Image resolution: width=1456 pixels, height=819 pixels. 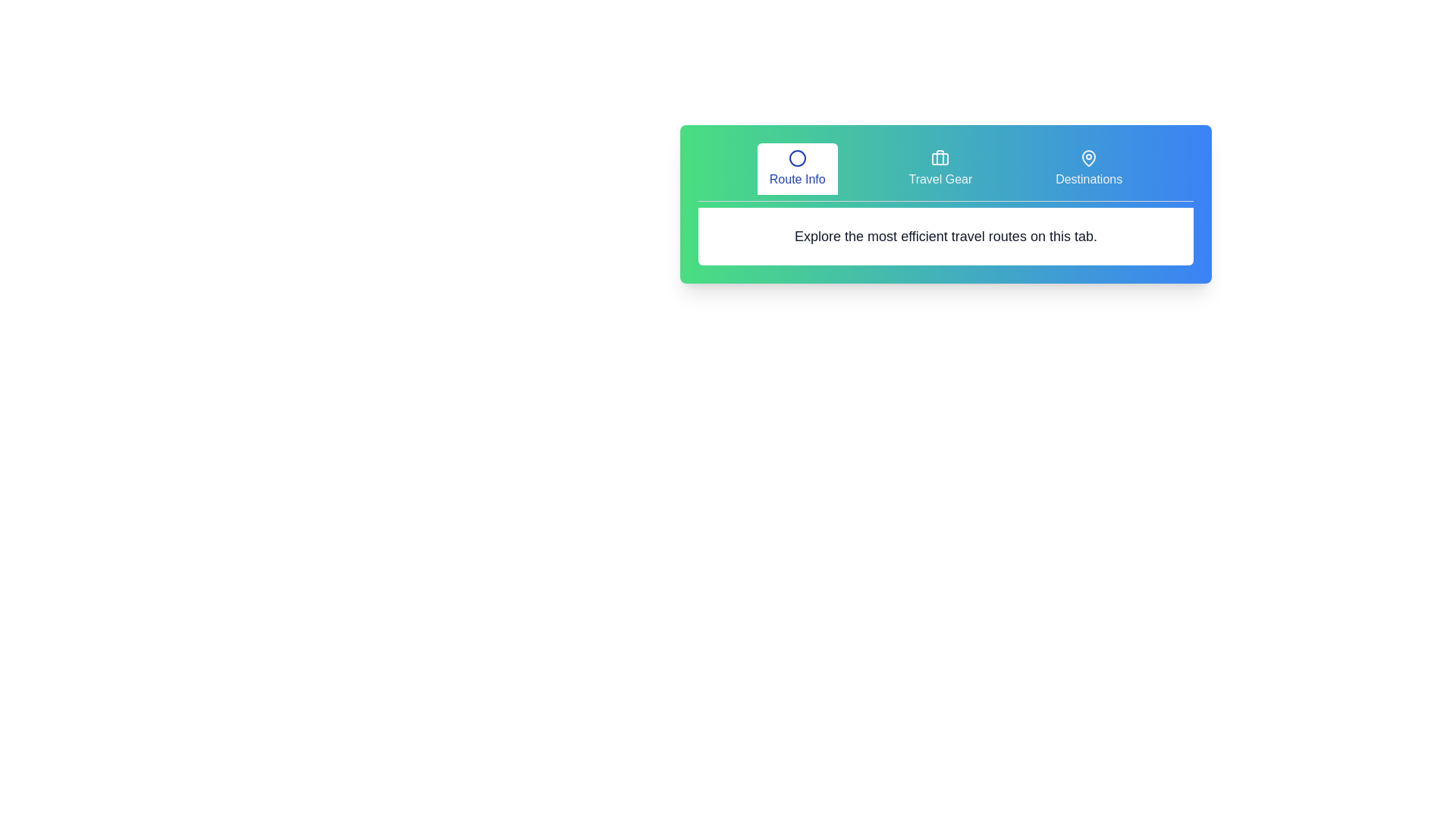 What do you see at coordinates (1088, 169) in the screenshot?
I see `the tab labeled Destinations` at bounding box center [1088, 169].